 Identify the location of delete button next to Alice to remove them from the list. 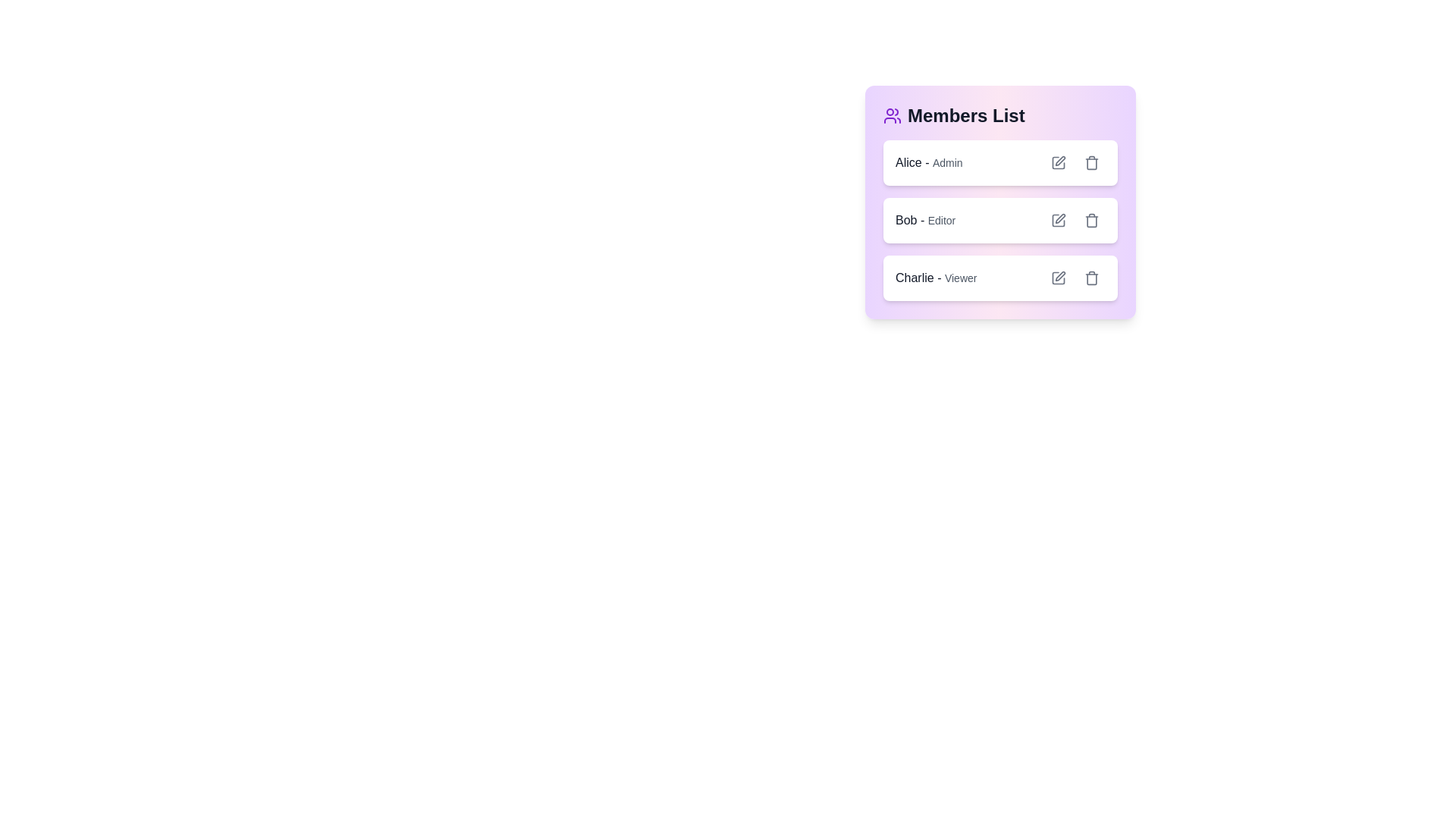
(1092, 163).